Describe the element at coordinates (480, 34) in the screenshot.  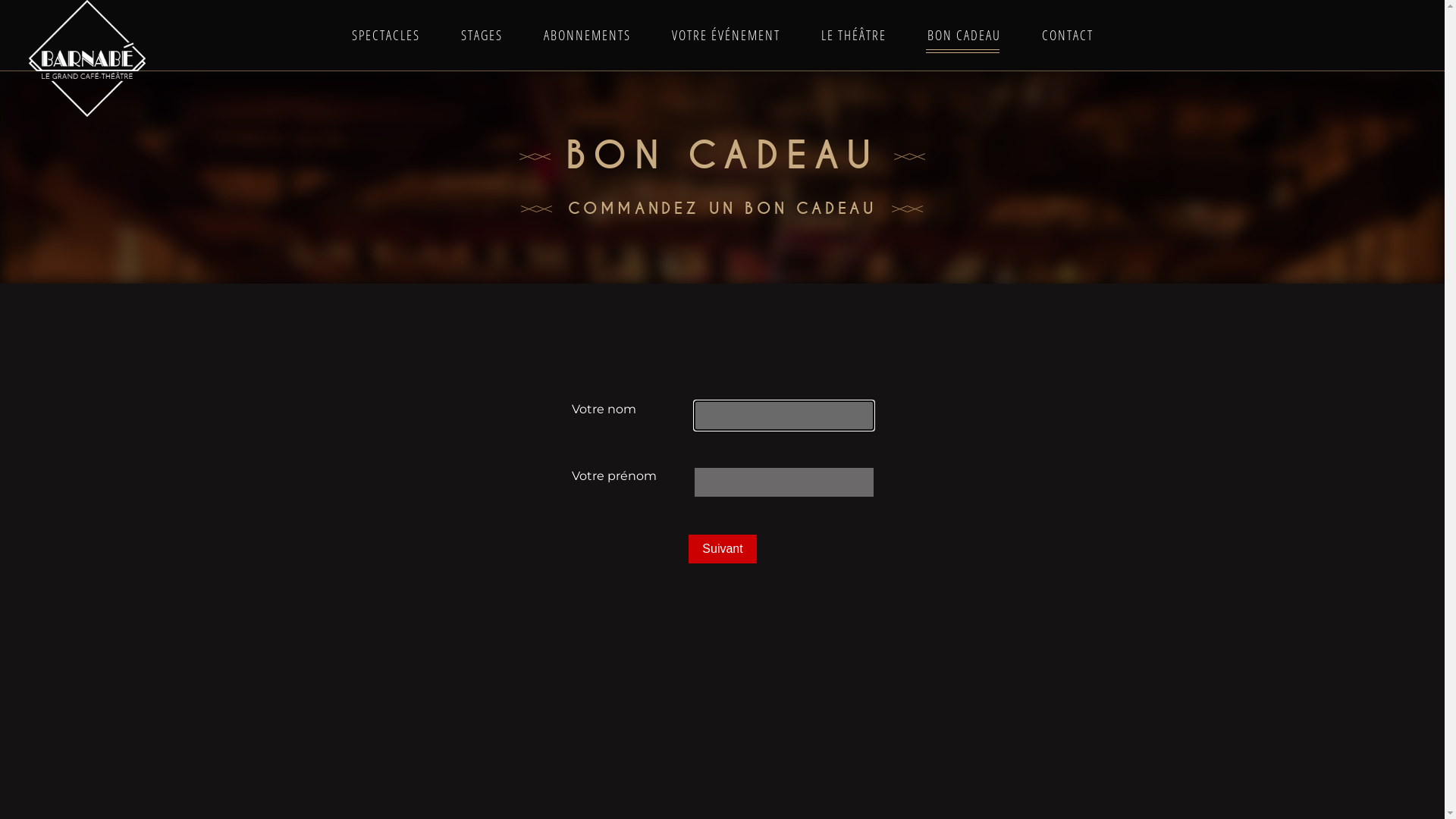
I see `'STAGES'` at that location.